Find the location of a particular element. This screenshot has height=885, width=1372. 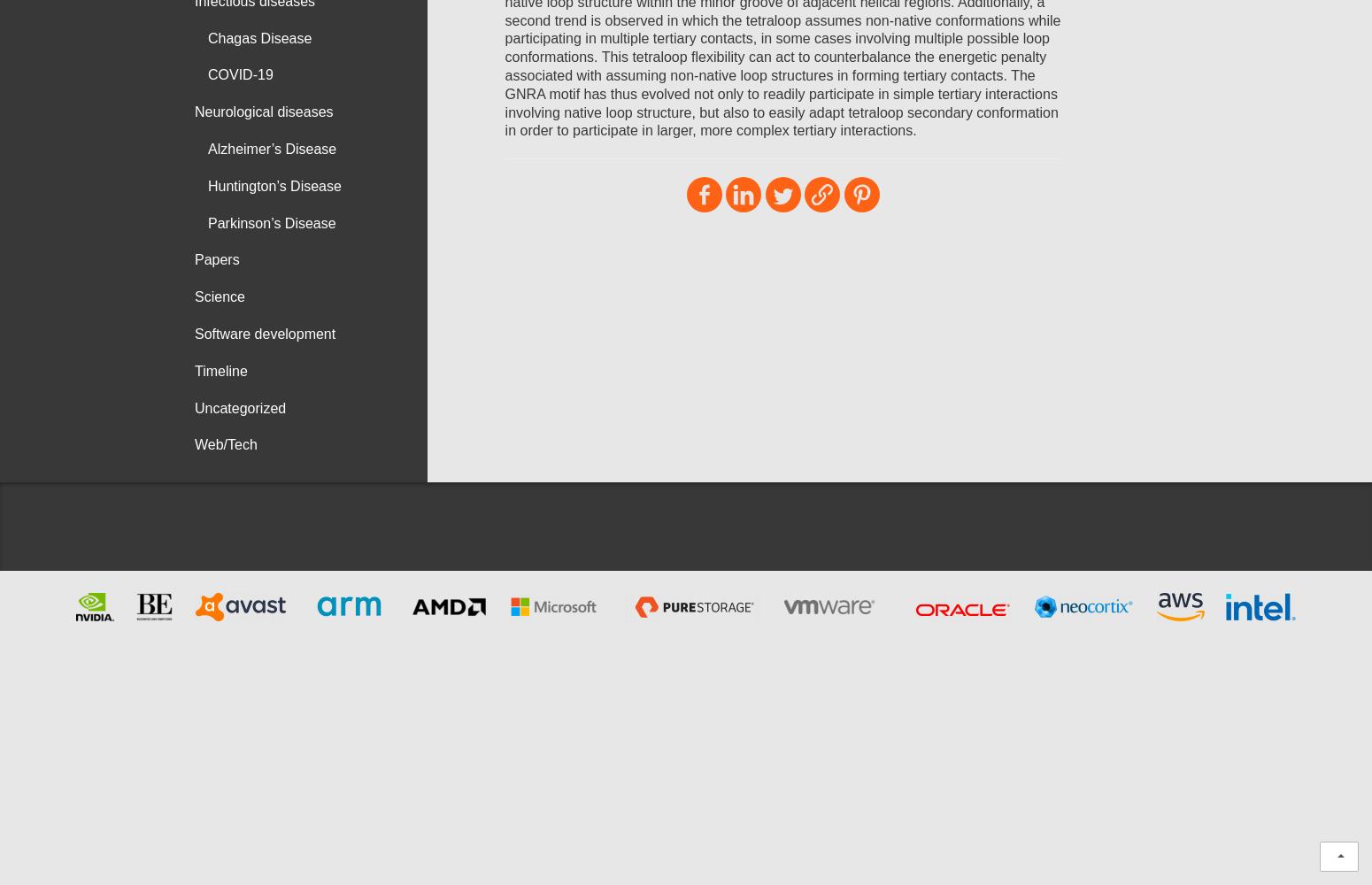

'Web/Tech' is located at coordinates (225, 444).